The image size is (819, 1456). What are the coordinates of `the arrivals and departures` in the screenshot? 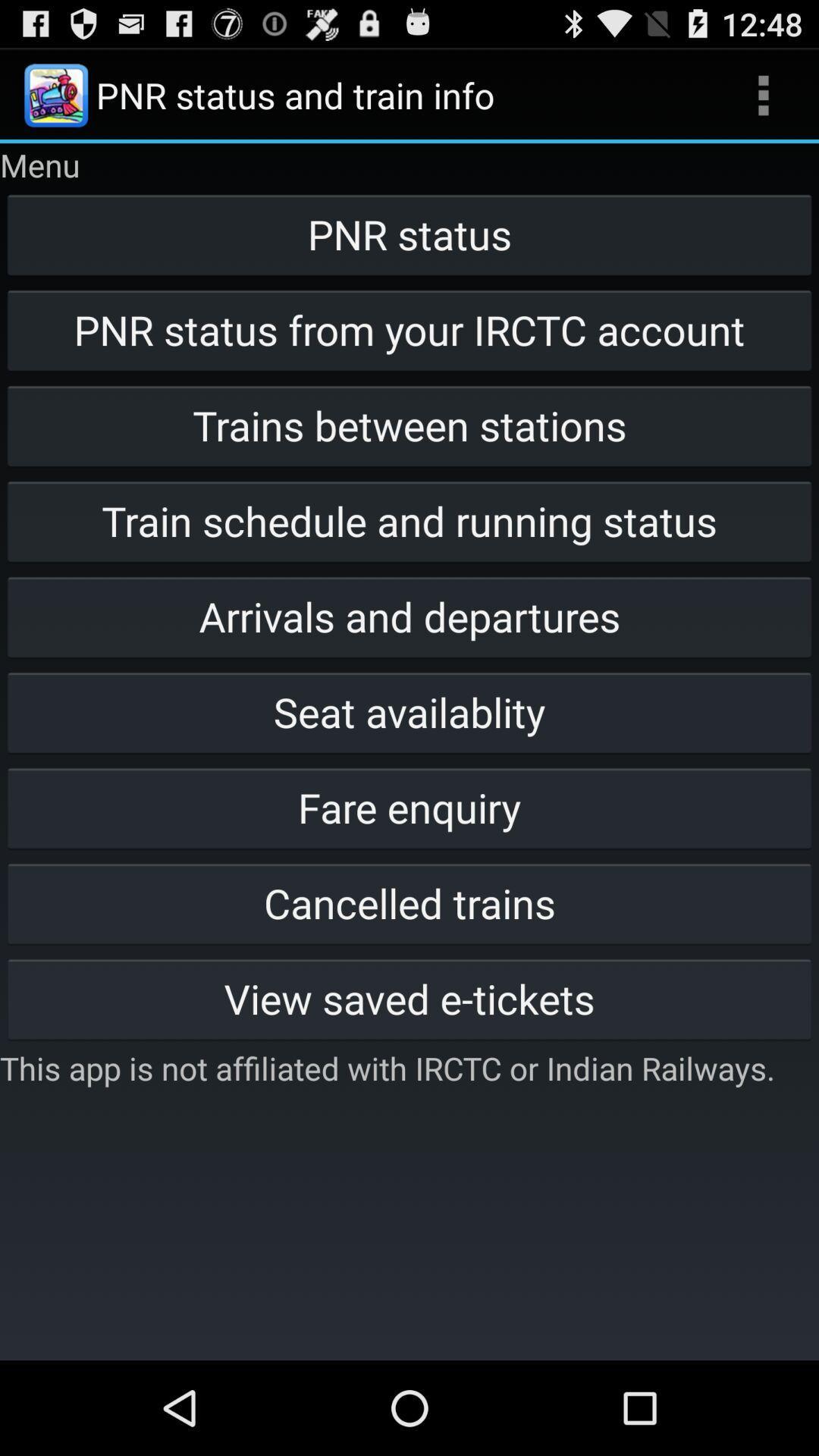 It's located at (409, 616).